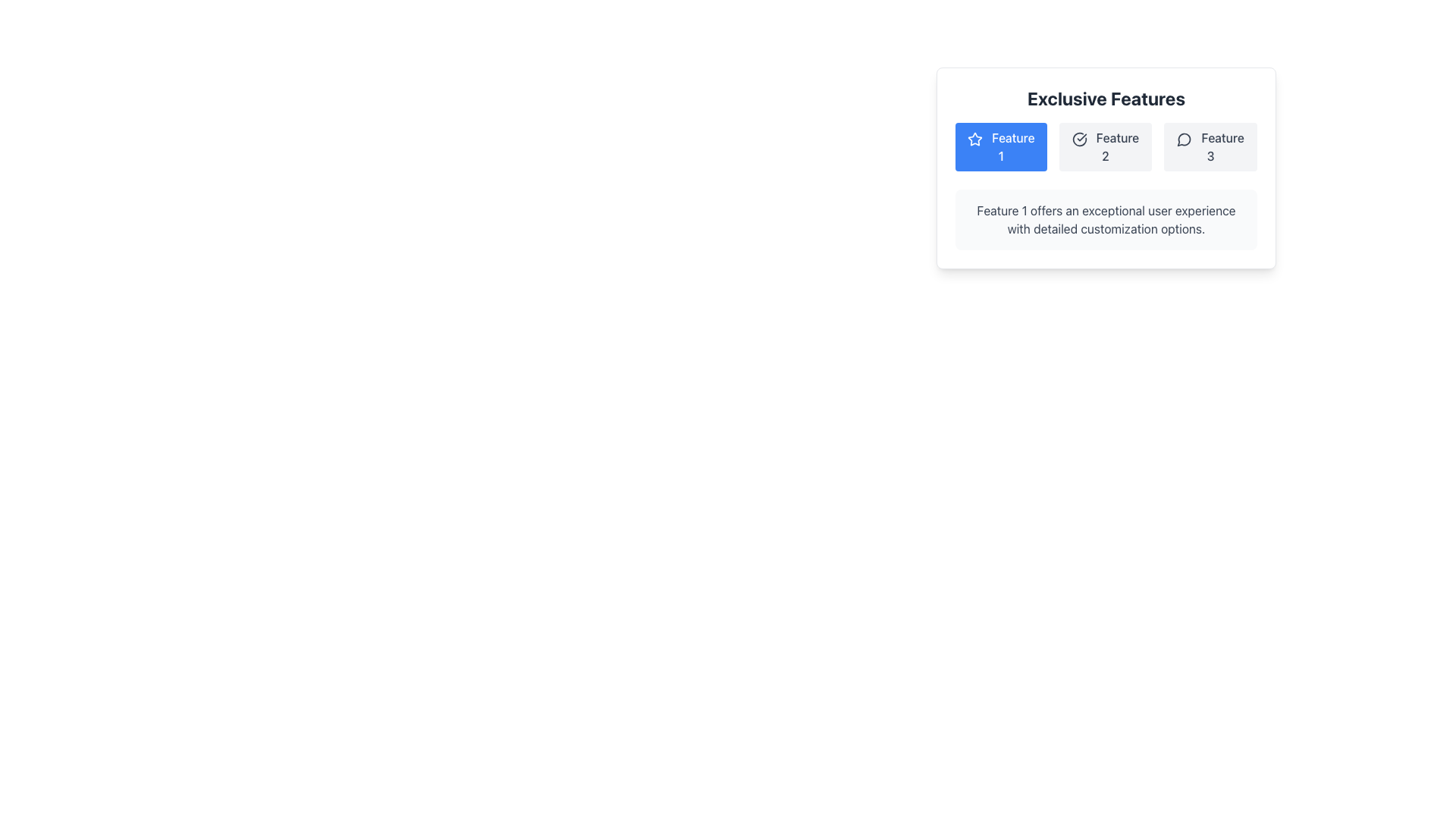  What do you see at coordinates (1105, 146) in the screenshot?
I see `the 'Feature 2' button, which is a rectangular button with a light gray background and dark gray text, located in the 'Exclusive Features' section` at bounding box center [1105, 146].